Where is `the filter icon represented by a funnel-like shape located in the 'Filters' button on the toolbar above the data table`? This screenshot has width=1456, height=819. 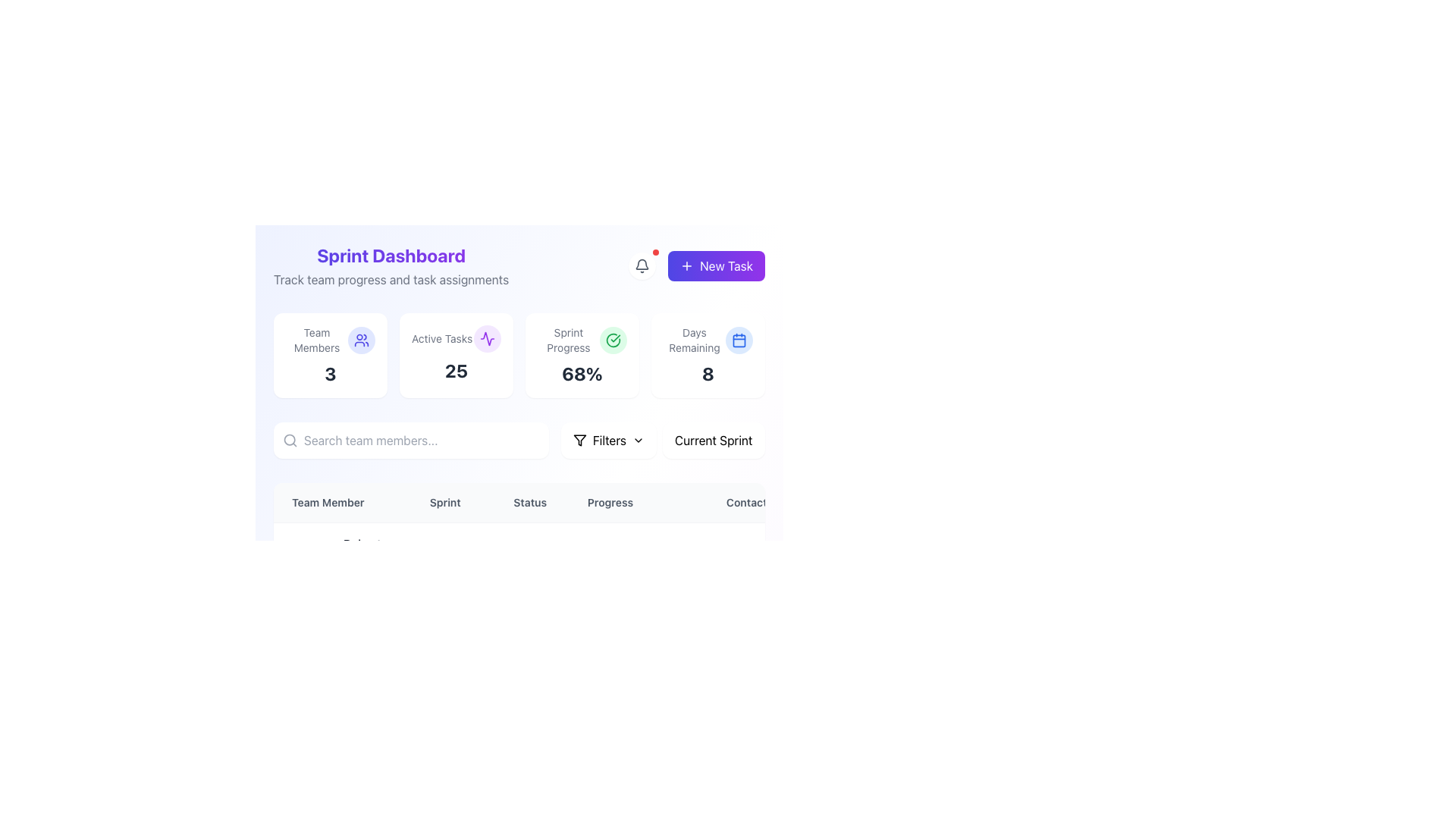 the filter icon represented by a funnel-like shape located in the 'Filters' button on the toolbar above the data table is located at coordinates (579, 441).